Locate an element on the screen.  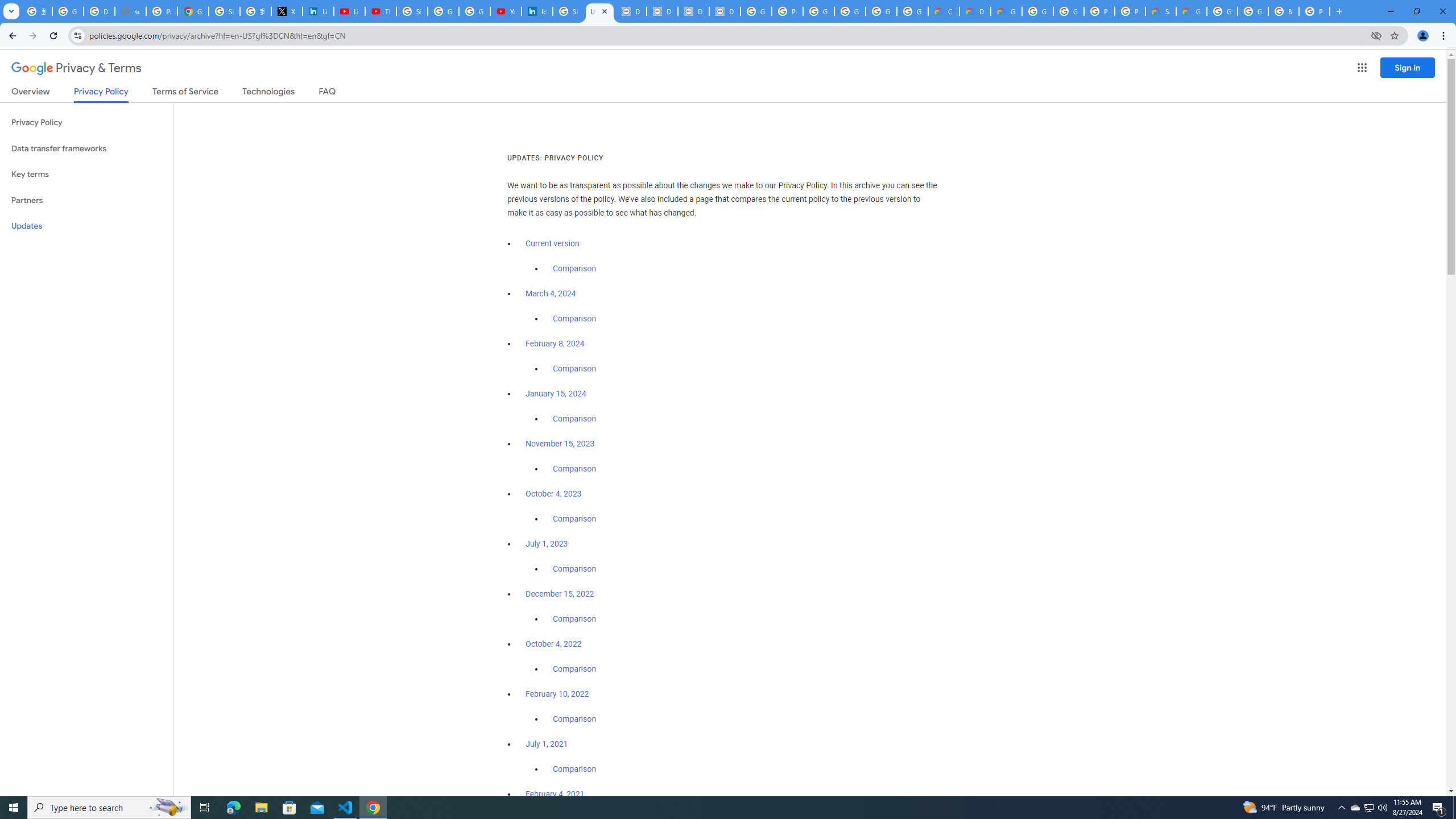
'December 15, 2022' is located at coordinates (559, 593).